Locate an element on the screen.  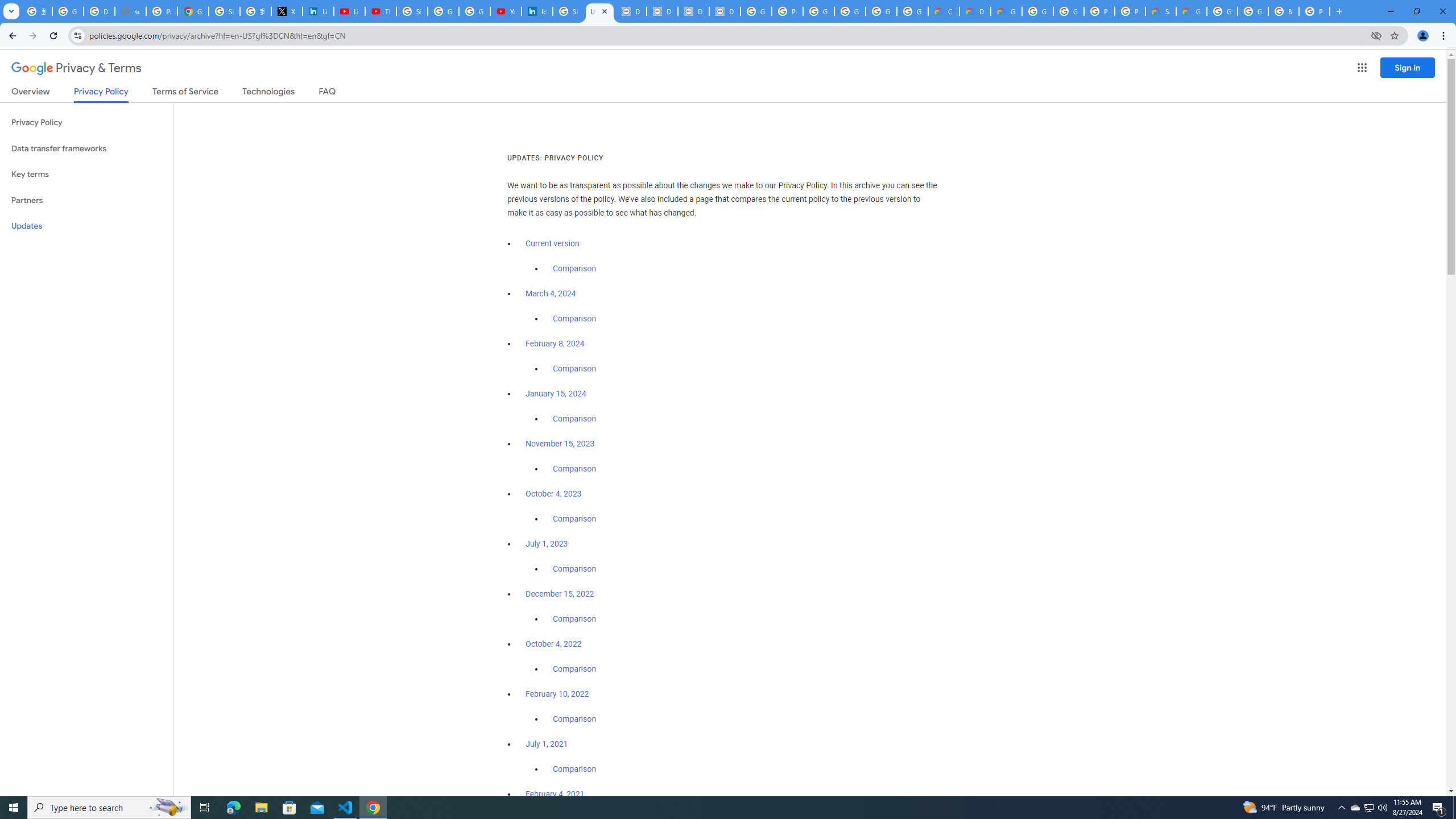
'December 15, 2022' is located at coordinates (559, 593).